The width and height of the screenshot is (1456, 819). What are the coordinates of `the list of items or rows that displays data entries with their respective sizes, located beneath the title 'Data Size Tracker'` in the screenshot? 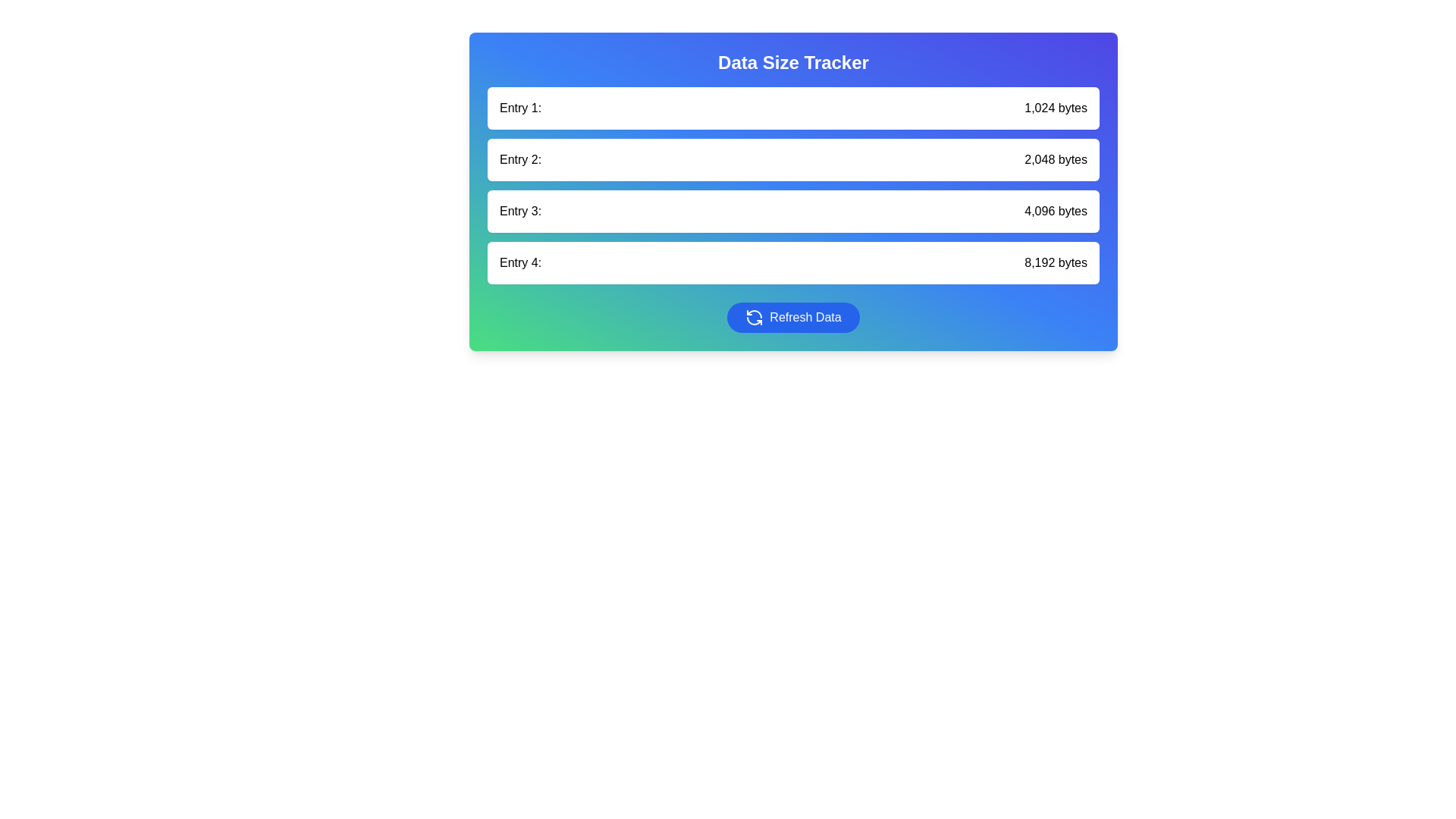 It's located at (792, 185).